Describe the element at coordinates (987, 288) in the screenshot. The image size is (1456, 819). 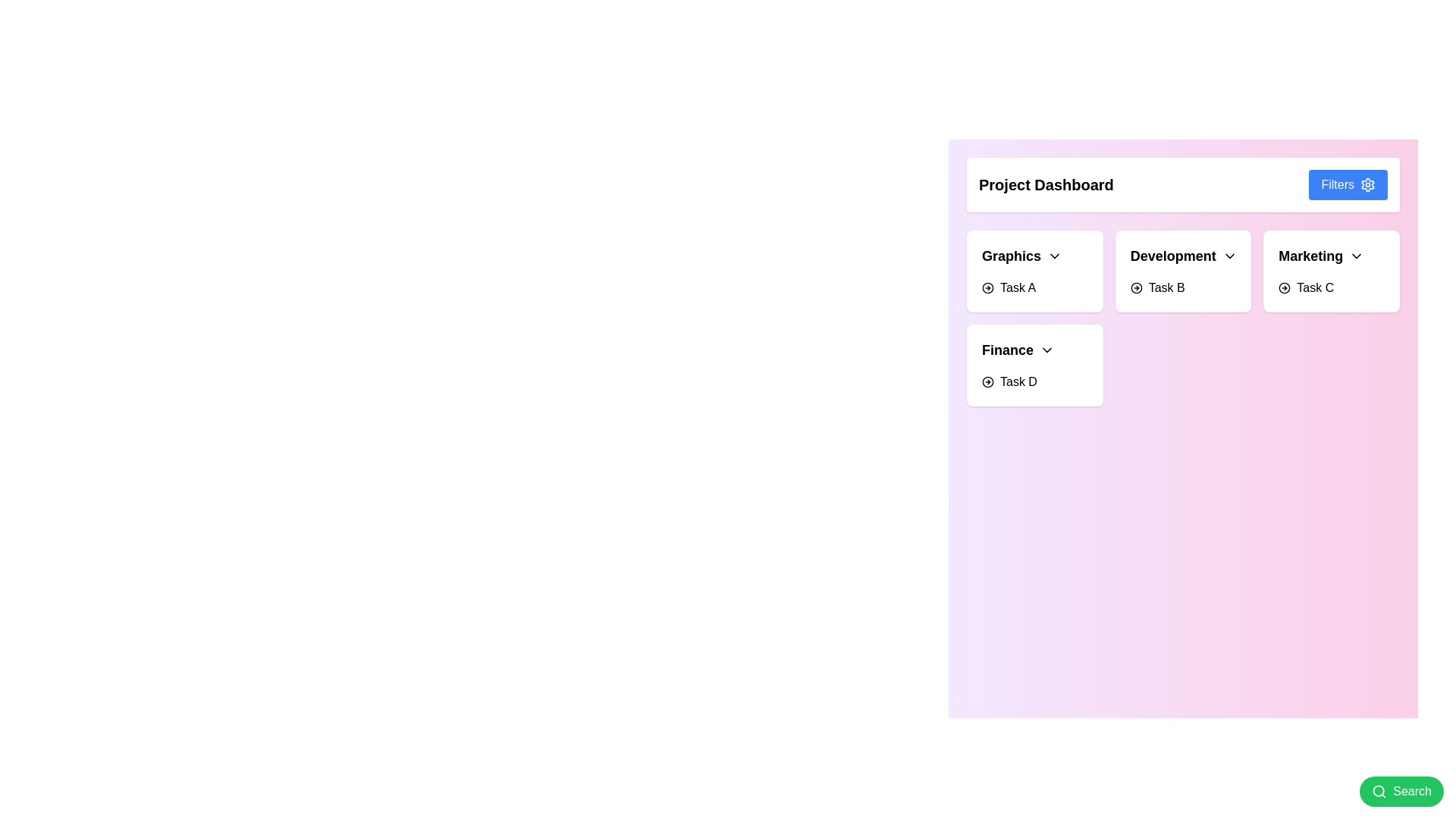
I see `the icon representing 'Task A' located in the 'Graphics' section of the dashboard, placed to the left of the text 'Task A'` at that location.